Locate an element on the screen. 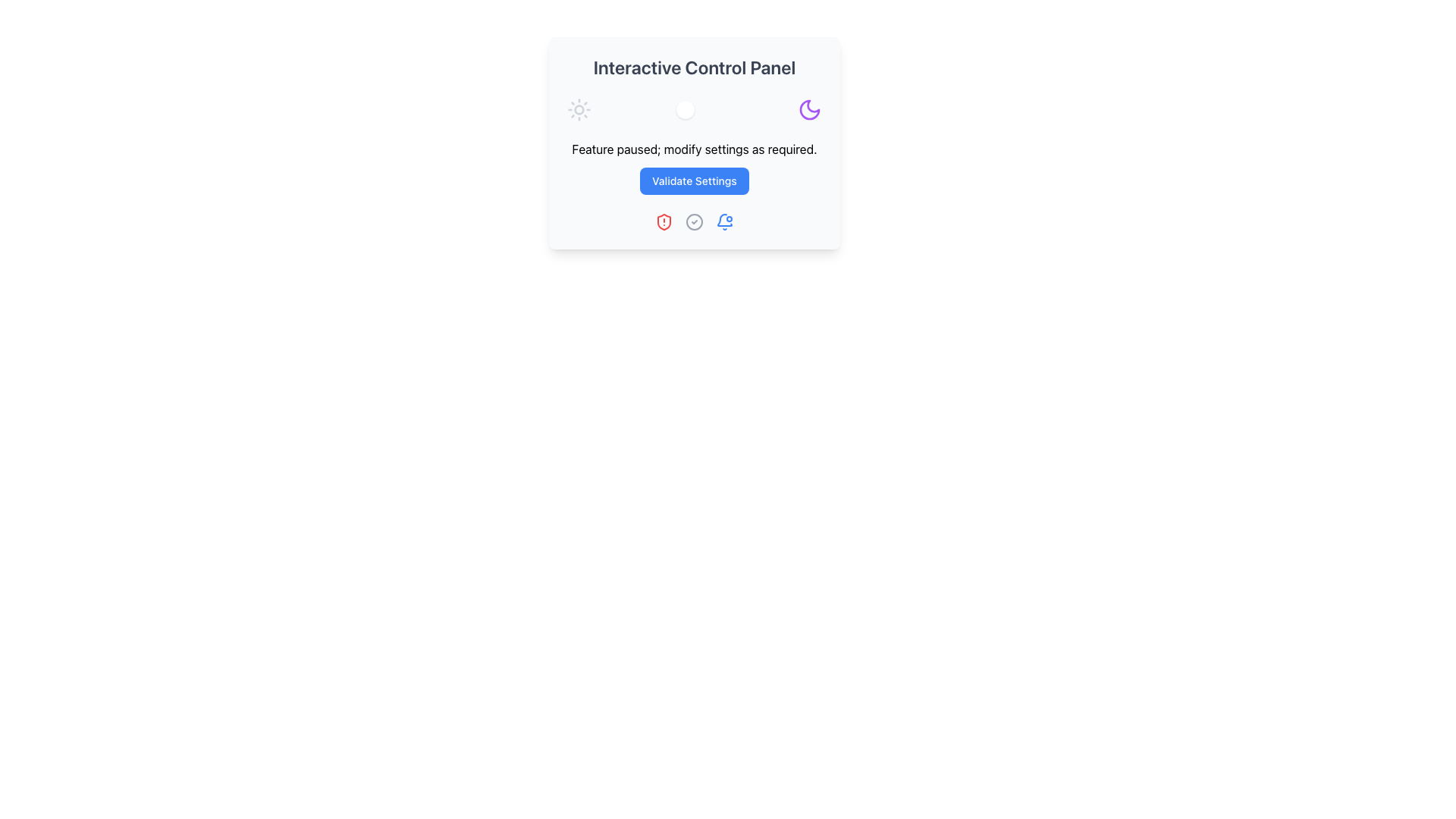 The image size is (1456, 819). the leftmost circle SVG element within the icon group below the 'Validate Settings' button in the modal is located at coordinates (694, 222).